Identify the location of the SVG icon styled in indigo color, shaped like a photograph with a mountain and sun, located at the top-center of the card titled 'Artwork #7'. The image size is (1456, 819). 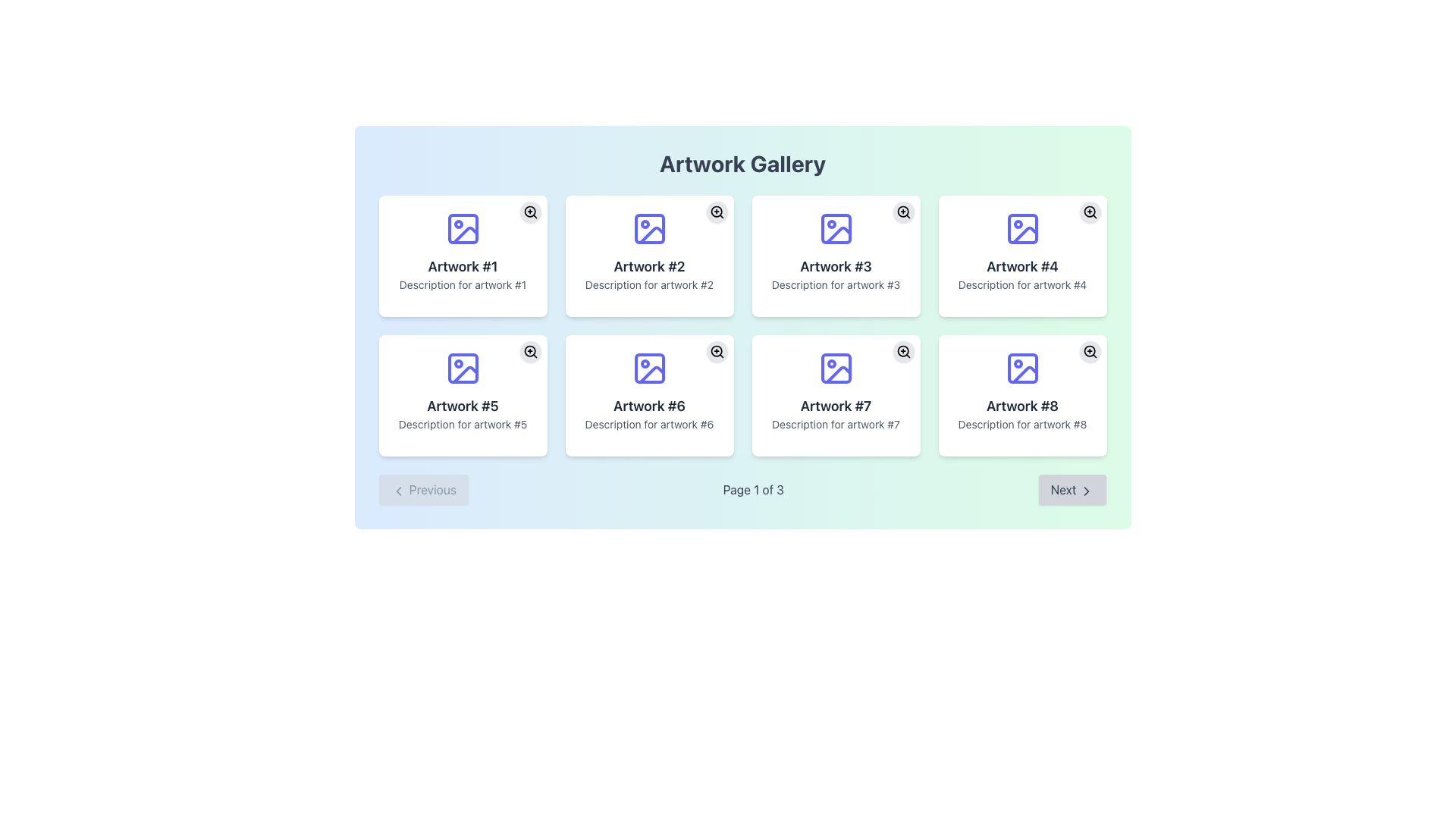
(835, 369).